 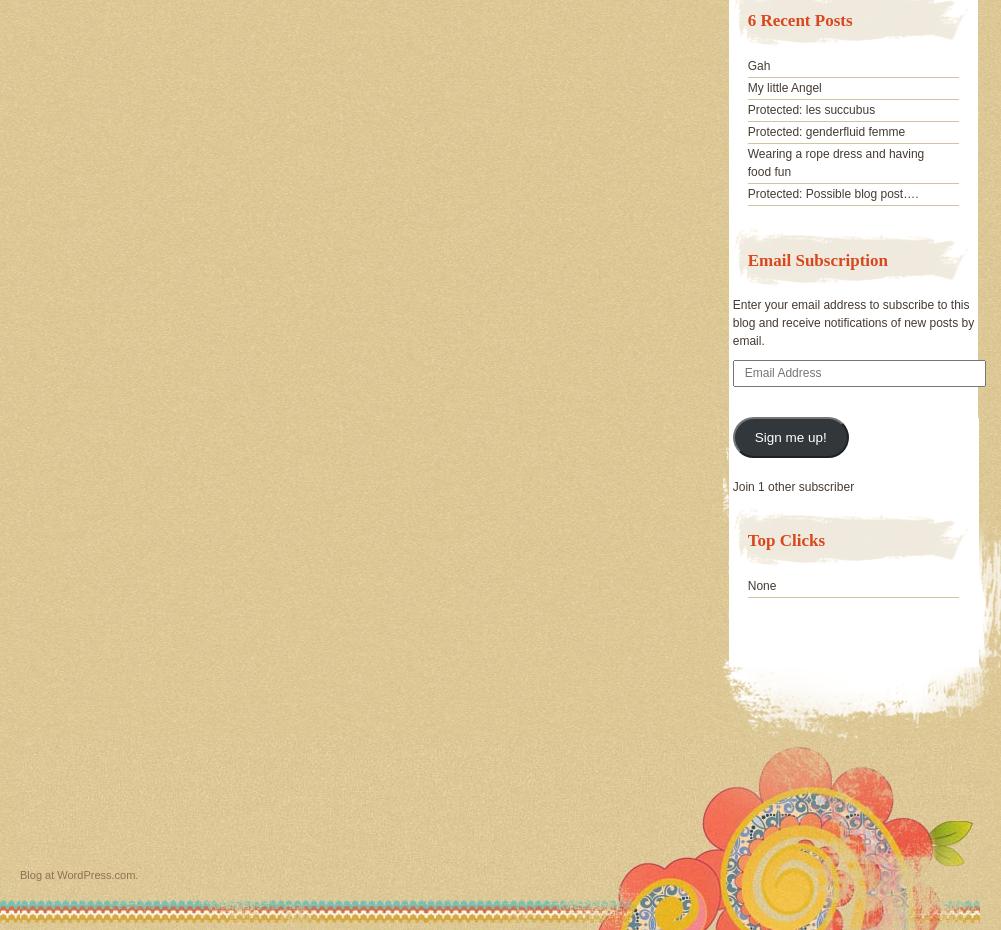 What do you see at coordinates (761, 584) in the screenshot?
I see `'None'` at bounding box center [761, 584].